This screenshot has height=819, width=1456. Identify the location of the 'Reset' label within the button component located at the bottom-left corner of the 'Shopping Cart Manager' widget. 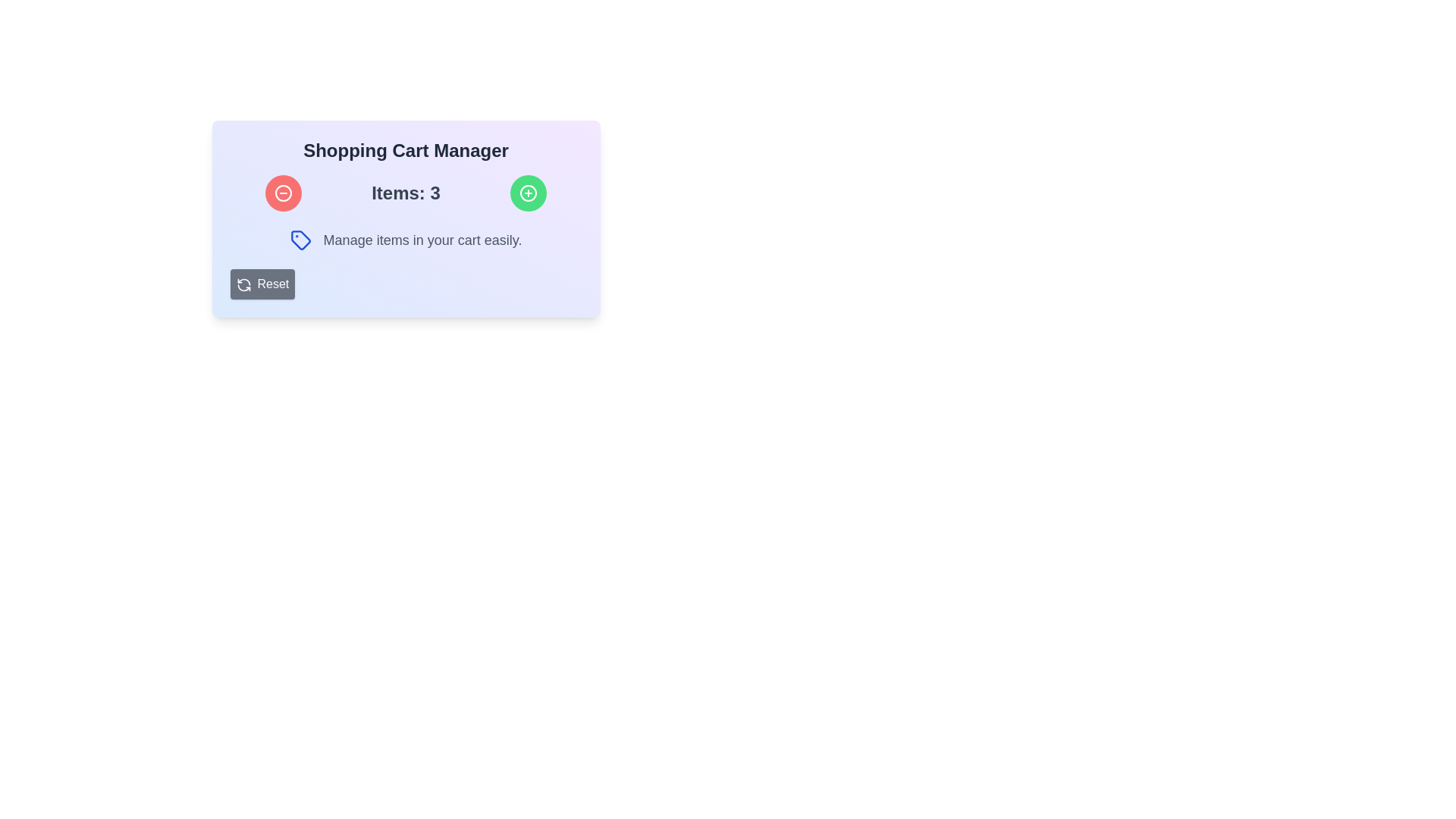
(273, 284).